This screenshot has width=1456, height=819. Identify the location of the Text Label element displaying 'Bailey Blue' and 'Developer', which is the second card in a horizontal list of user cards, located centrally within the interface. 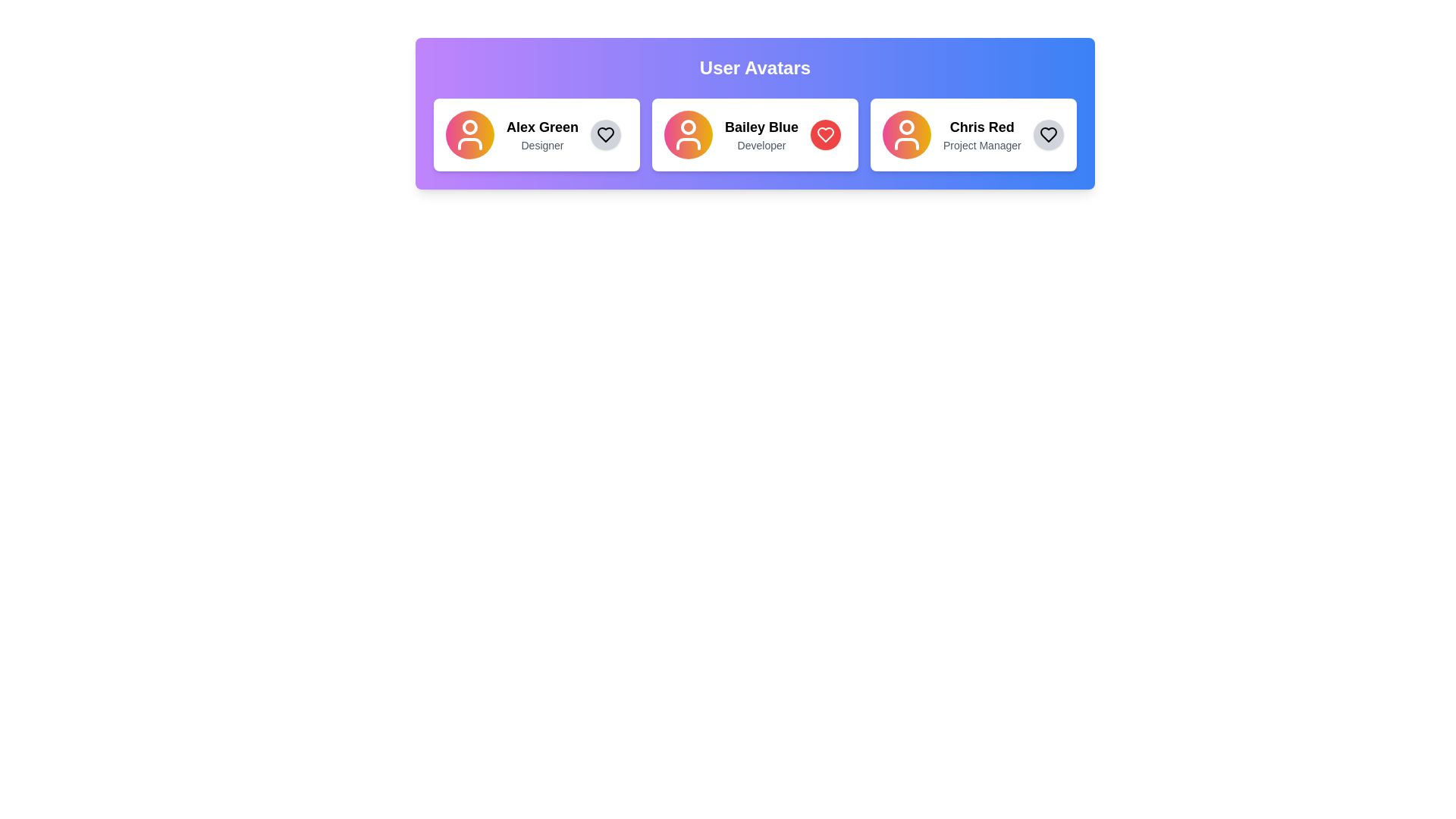
(761, 133).